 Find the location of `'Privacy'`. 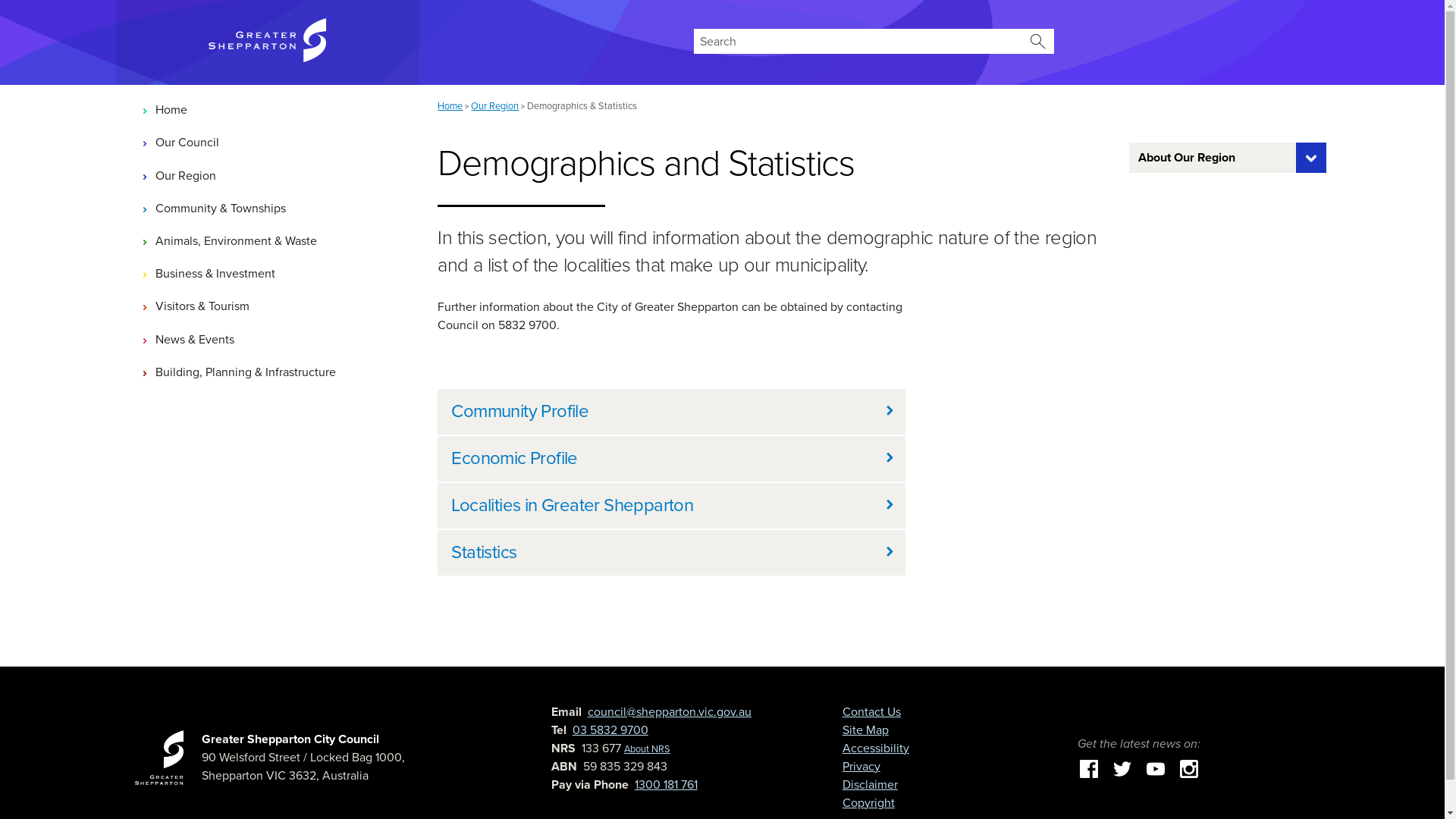

'Privacy' is located at coordinates (861, 766).